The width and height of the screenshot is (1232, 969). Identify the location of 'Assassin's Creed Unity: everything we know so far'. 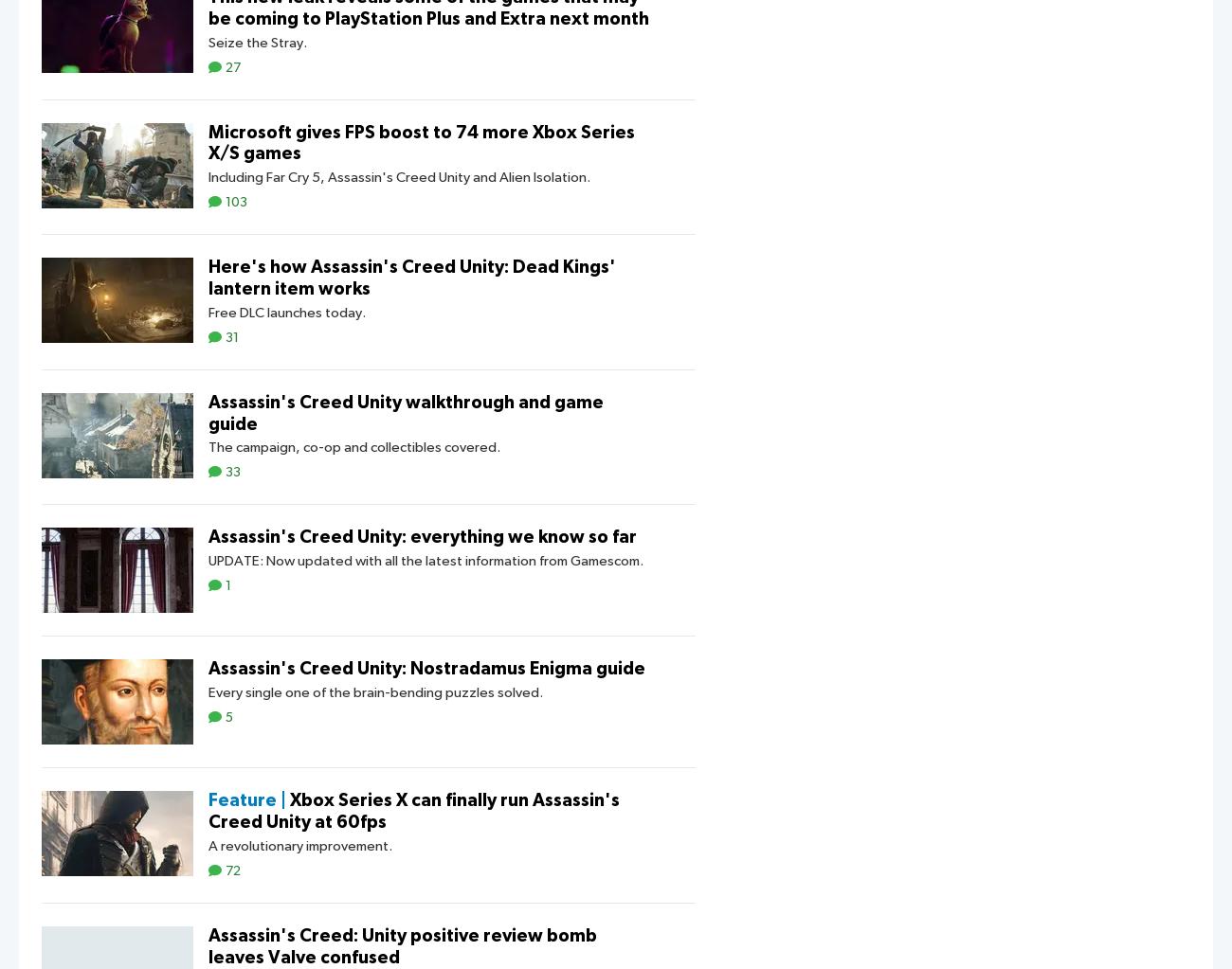
(207, 537).